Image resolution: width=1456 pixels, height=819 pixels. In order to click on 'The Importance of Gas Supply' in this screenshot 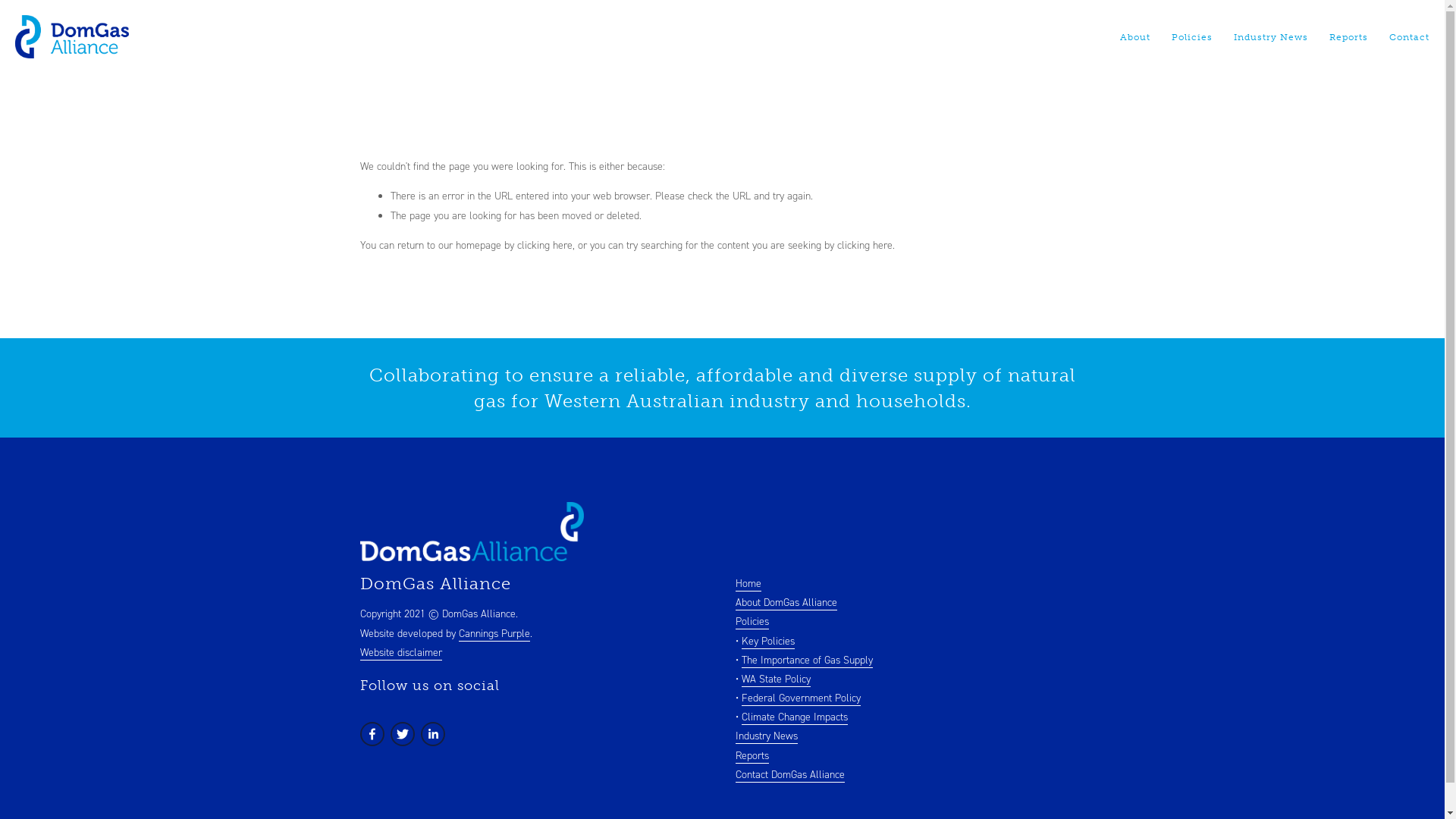, I will do `click(806, 660)`.